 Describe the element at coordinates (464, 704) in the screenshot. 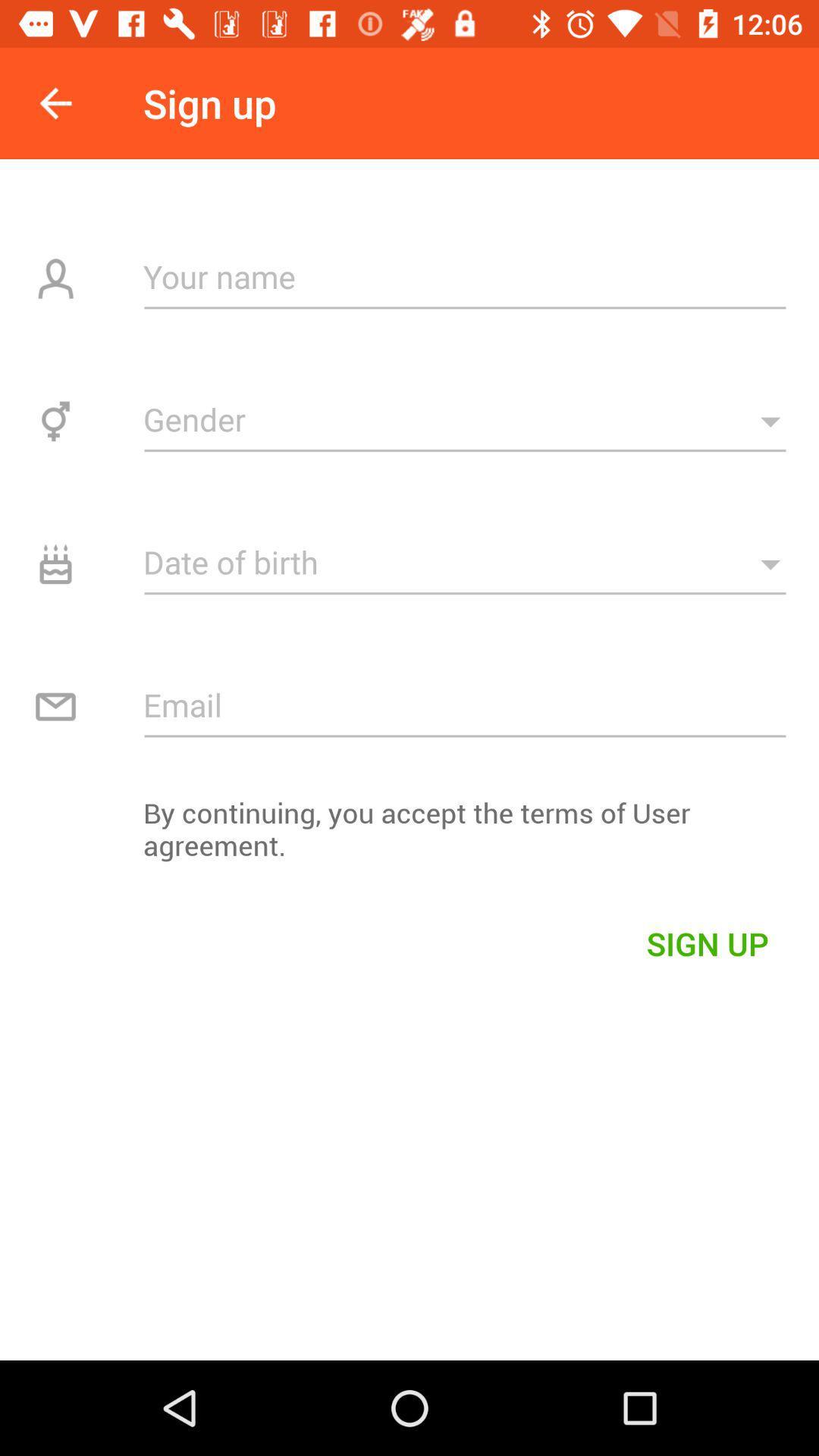

I see `input email address` at that location.